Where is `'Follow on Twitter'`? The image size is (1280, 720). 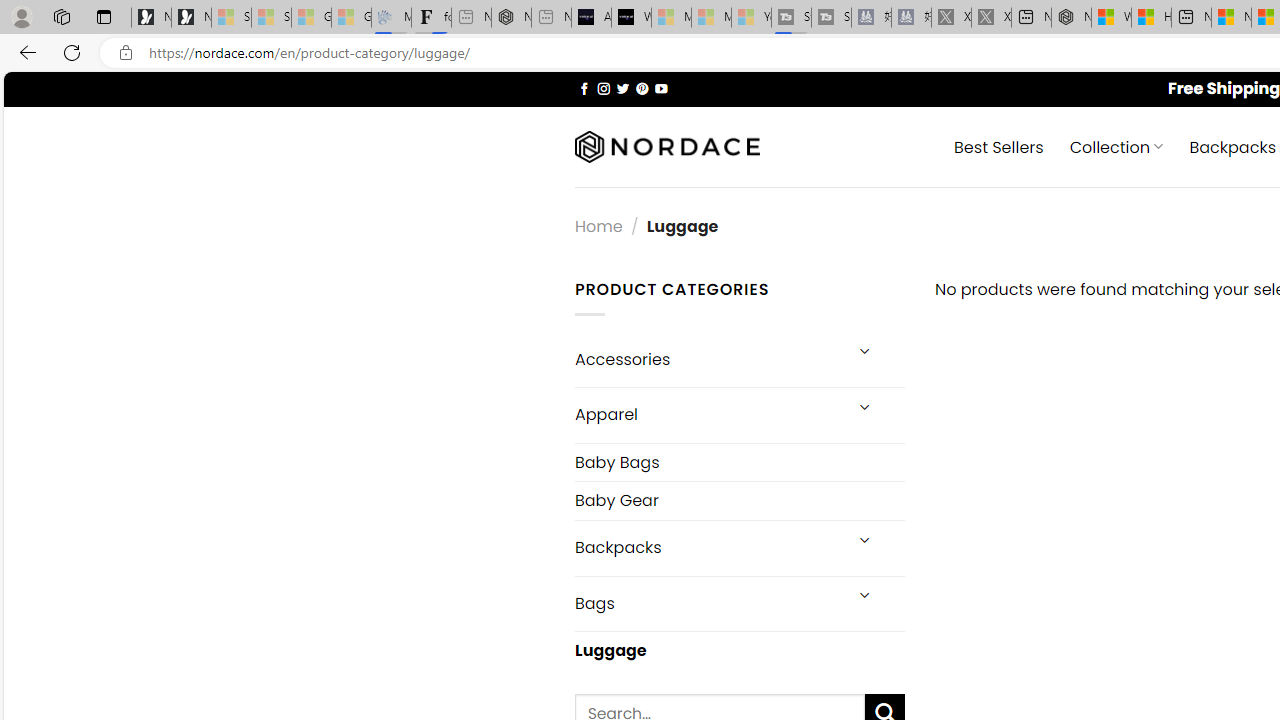
'Follow on Twitter' is located at coordinates (621, 87).